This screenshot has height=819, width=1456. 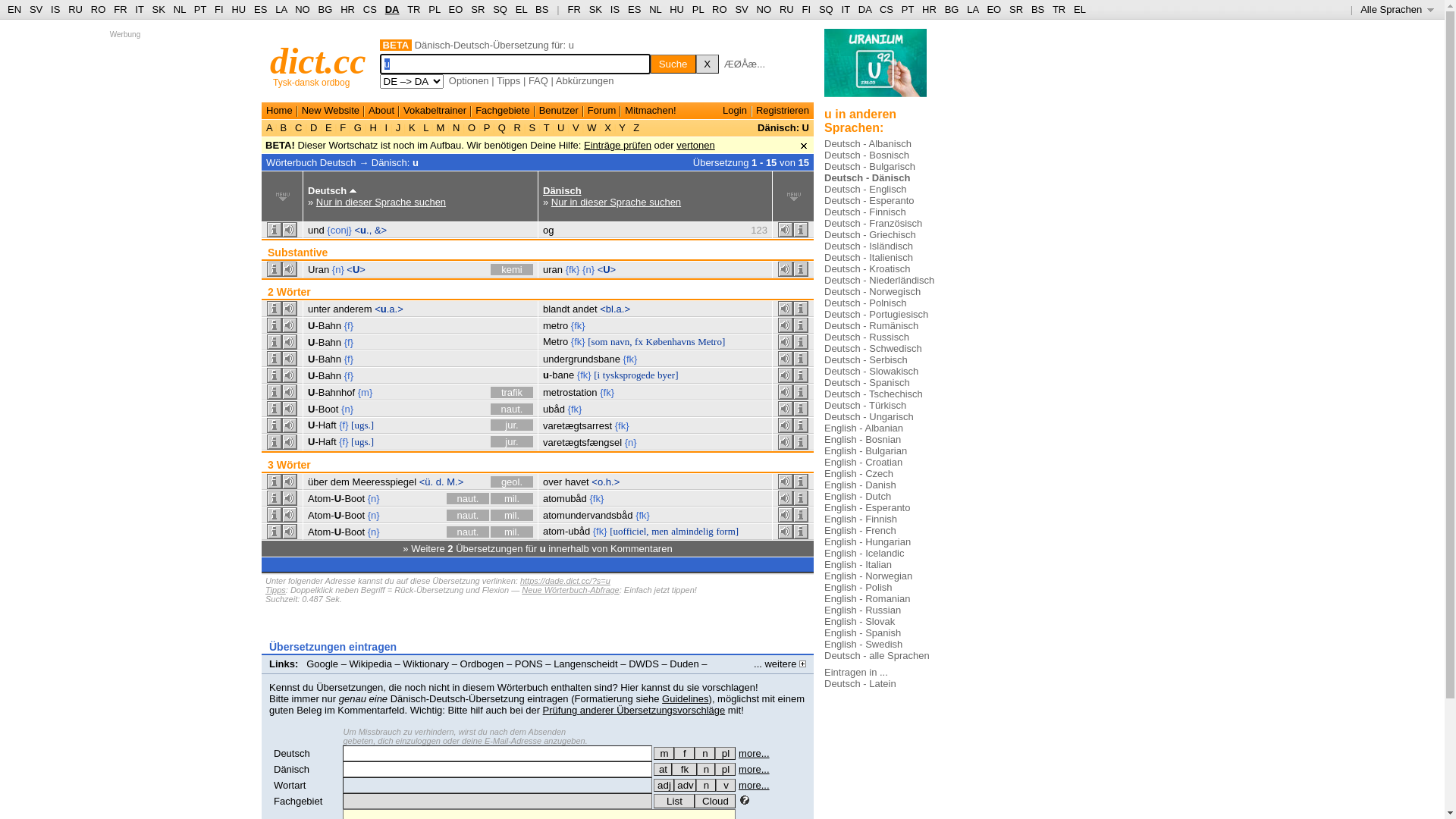 What do you see at coordinates (691, 530) in the screenshot?
I see `'almindelig'` at bounding box center [691, 530].